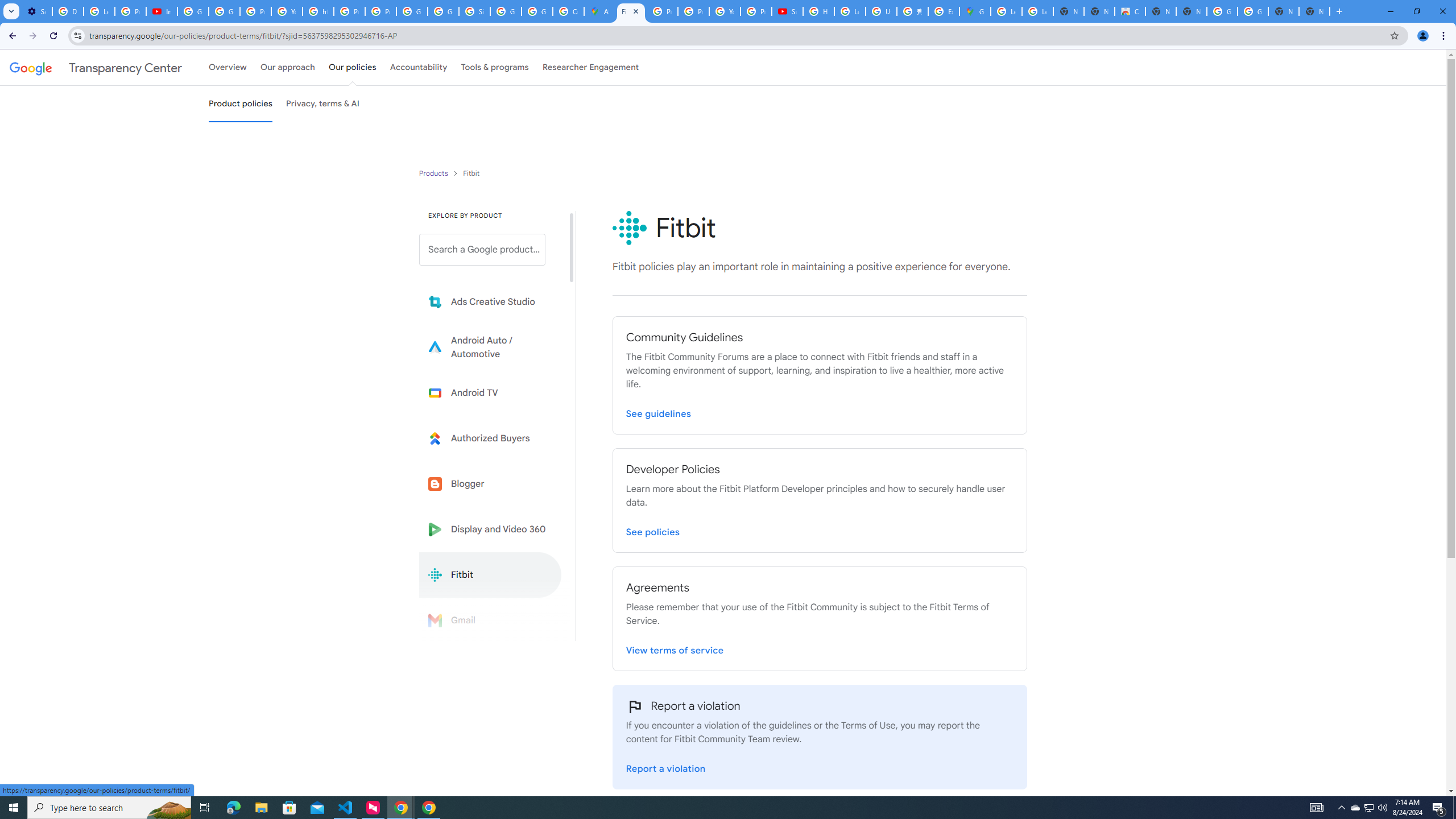 This screenshot has width=1456, height=819. What do you see at coordinates (490, 619) in the screenshot?
I see `'Gmail'` at bounding box center [490, 619].